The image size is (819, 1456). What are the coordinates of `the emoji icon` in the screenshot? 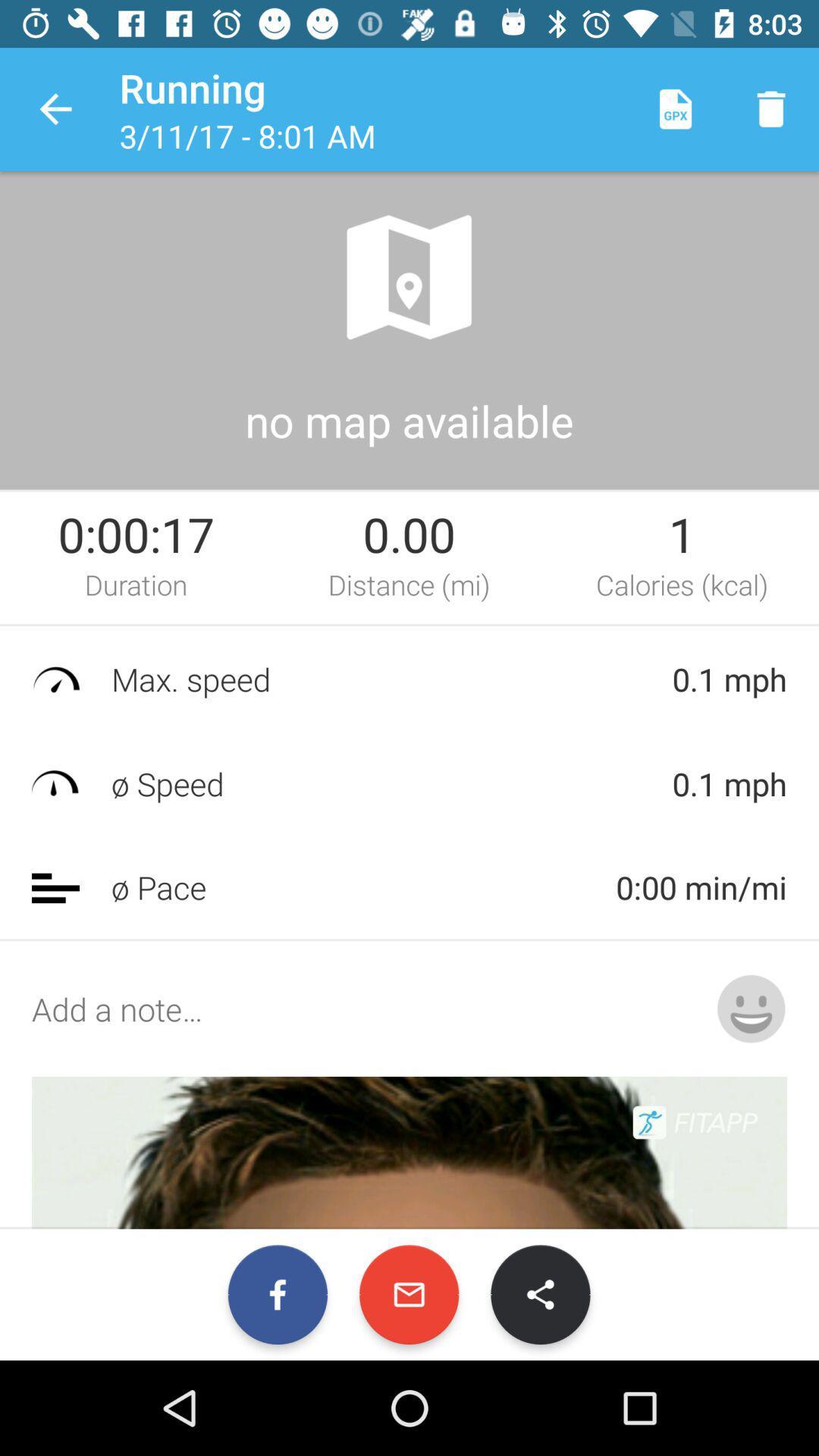 It's located at (751, 1009).